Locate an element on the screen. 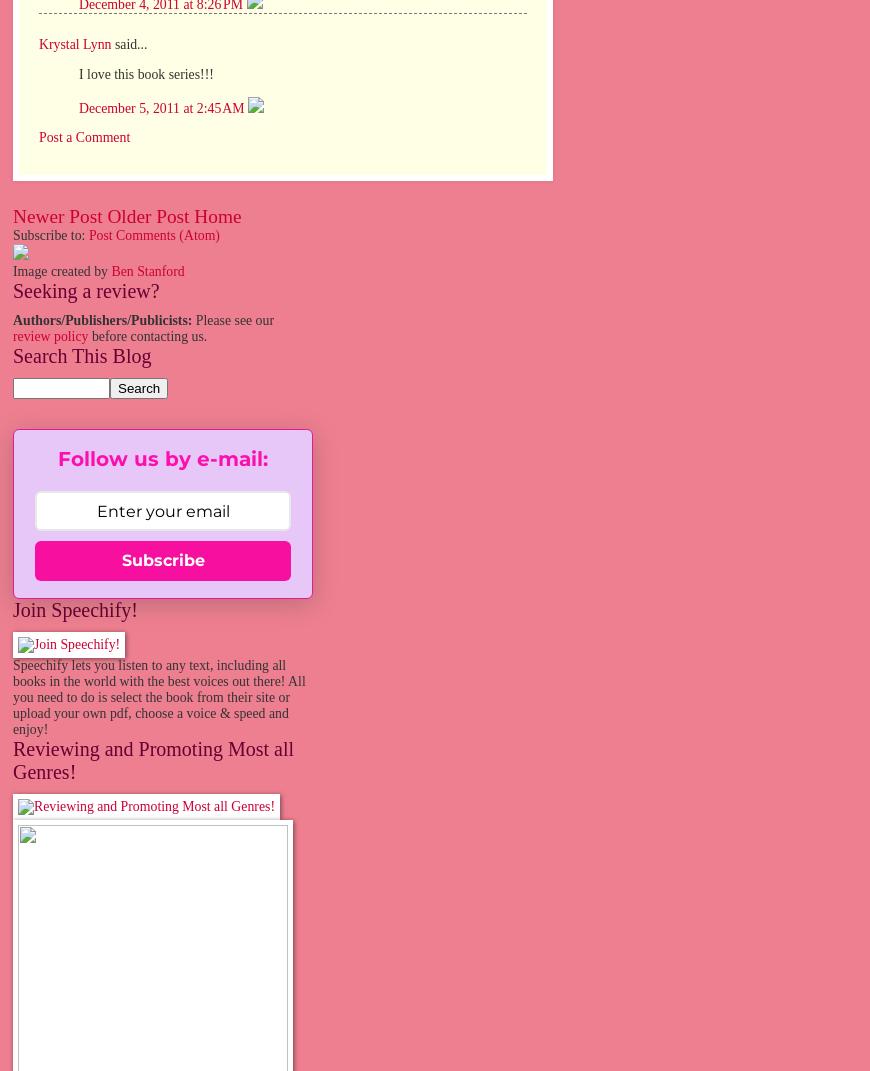 The width and height of the screenshot is (870, 1071). 'Join Speechify!' is located at coordinates (11, 610).